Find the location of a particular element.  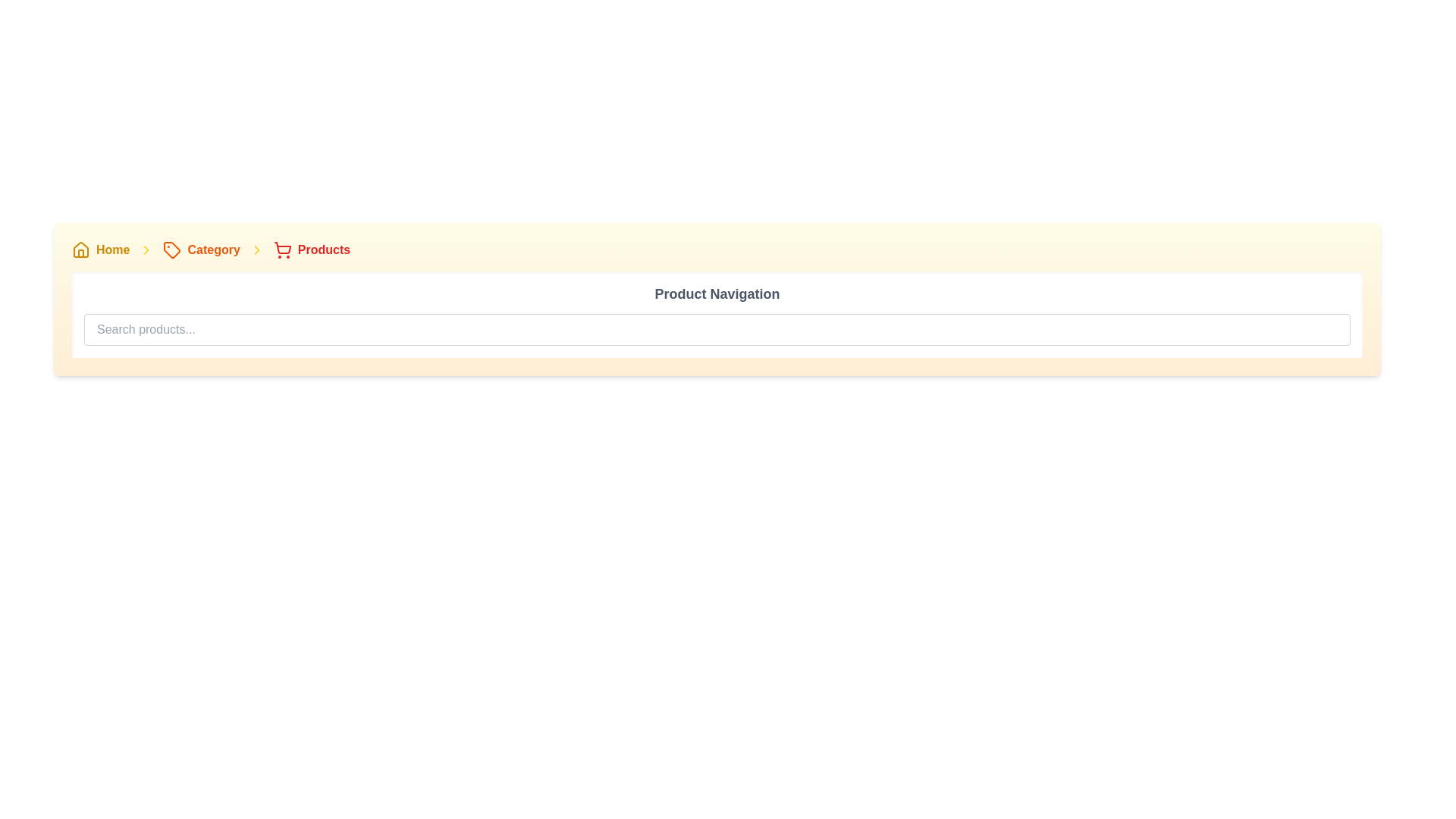

the non-interactive icon in the breadcrumb navigation, located between the 'Category' and 'Products' labels is located at coordinates (256, 249).